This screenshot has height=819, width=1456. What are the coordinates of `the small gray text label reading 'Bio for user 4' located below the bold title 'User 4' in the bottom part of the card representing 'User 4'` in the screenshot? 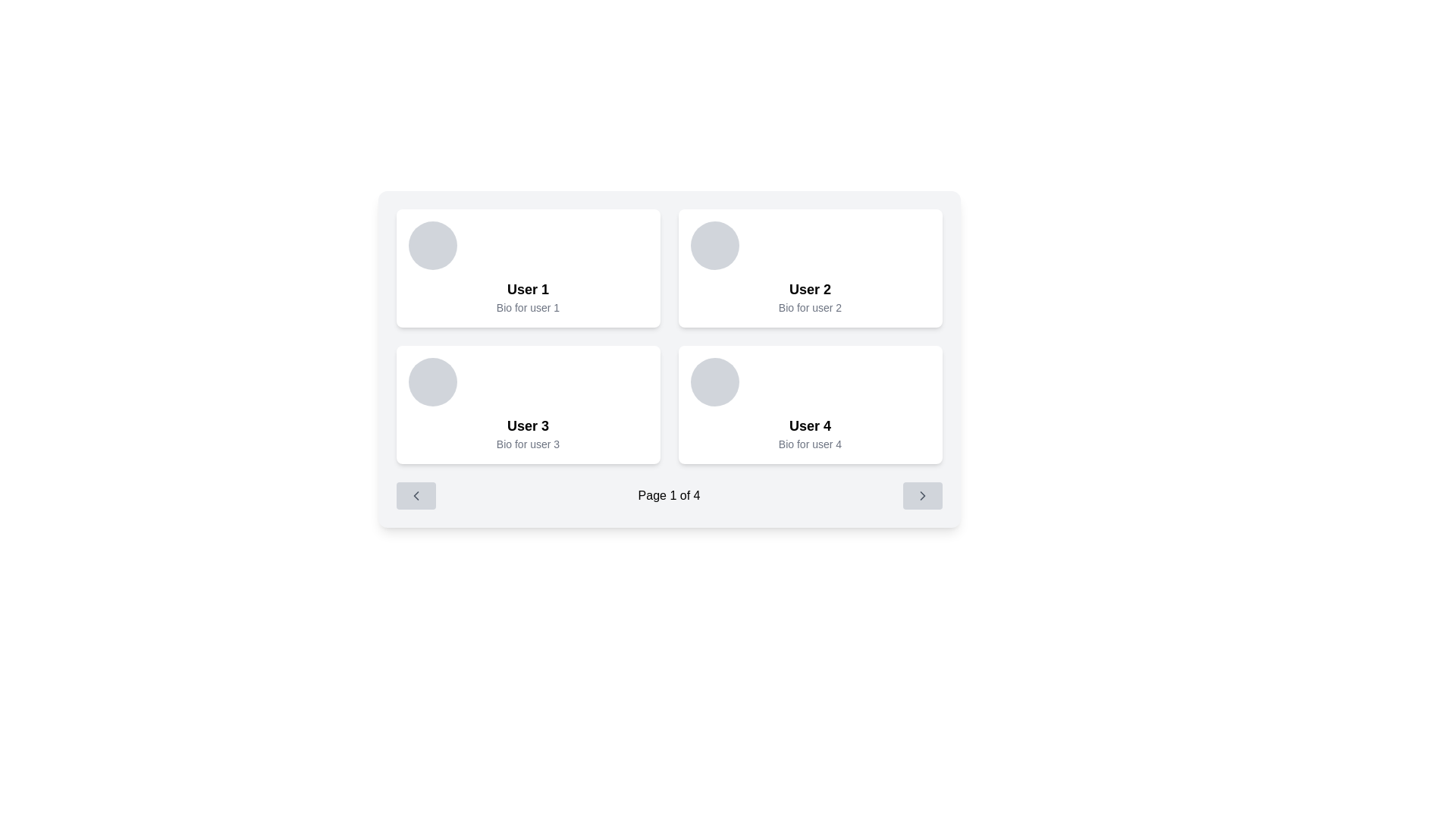 It's located at (809, 444).